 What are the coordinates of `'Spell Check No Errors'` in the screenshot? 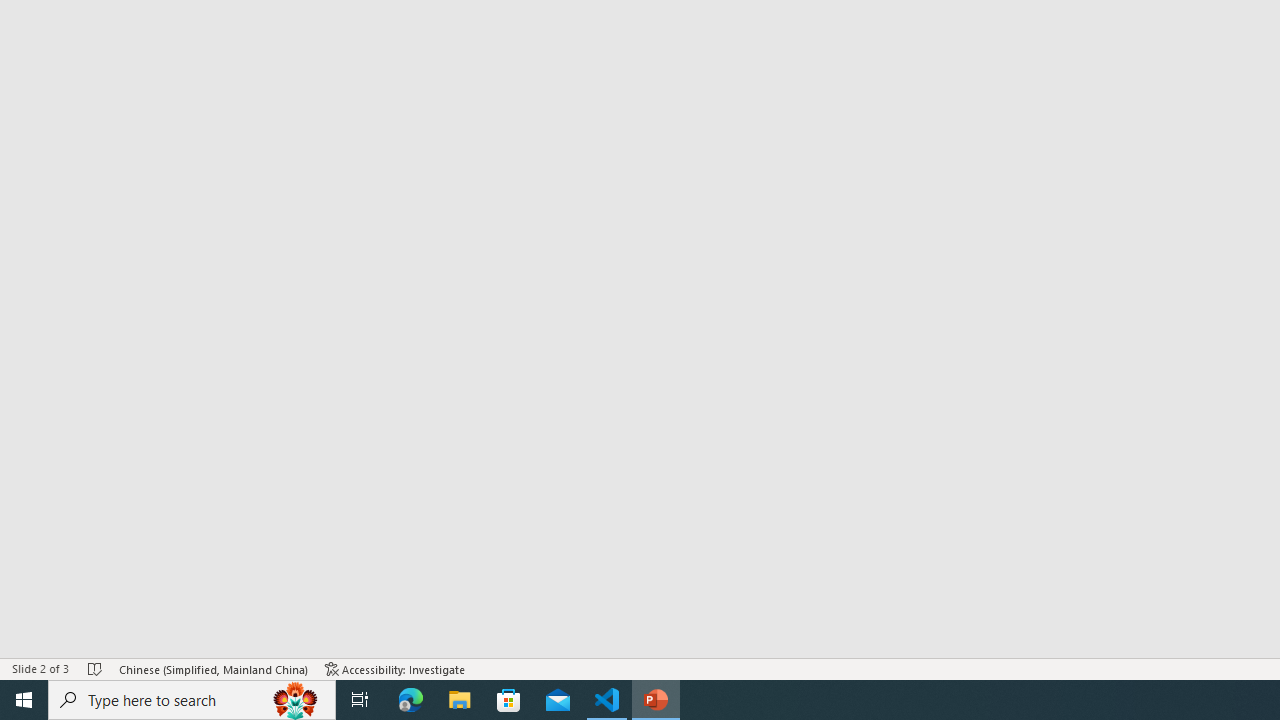 It's located at (95, 669).